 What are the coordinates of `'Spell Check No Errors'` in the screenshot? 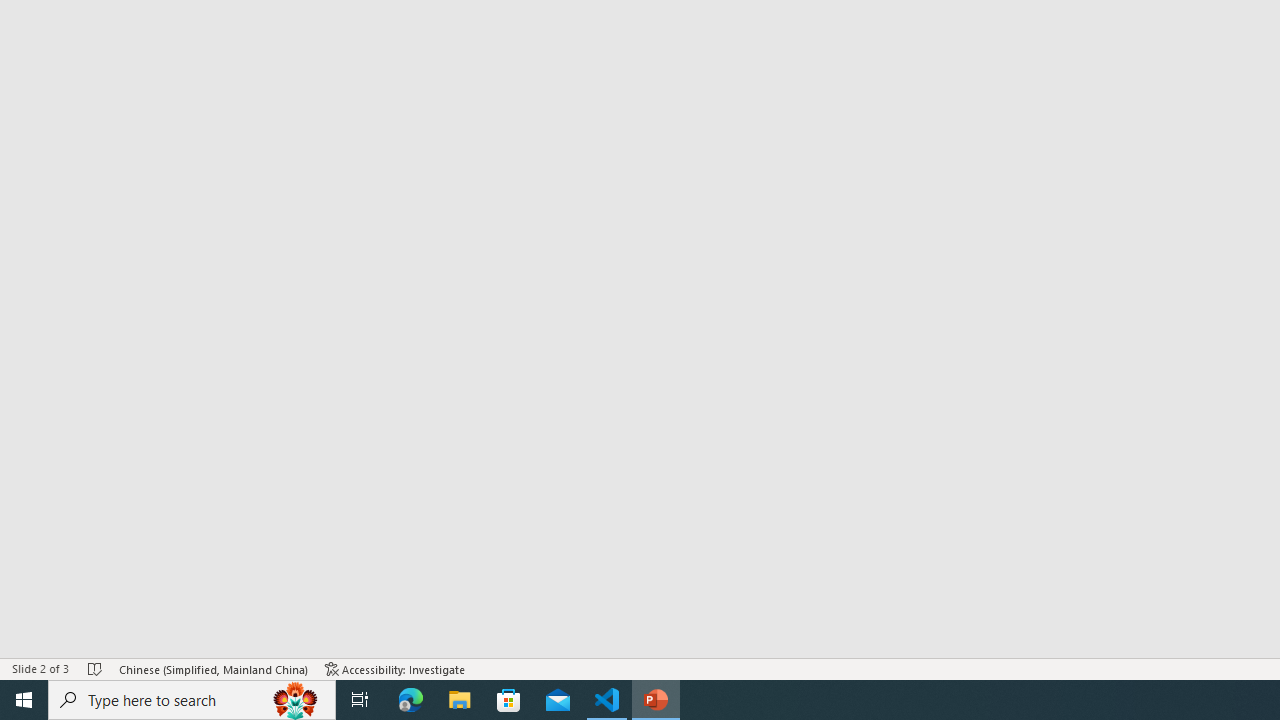 It's located at (95, 669).